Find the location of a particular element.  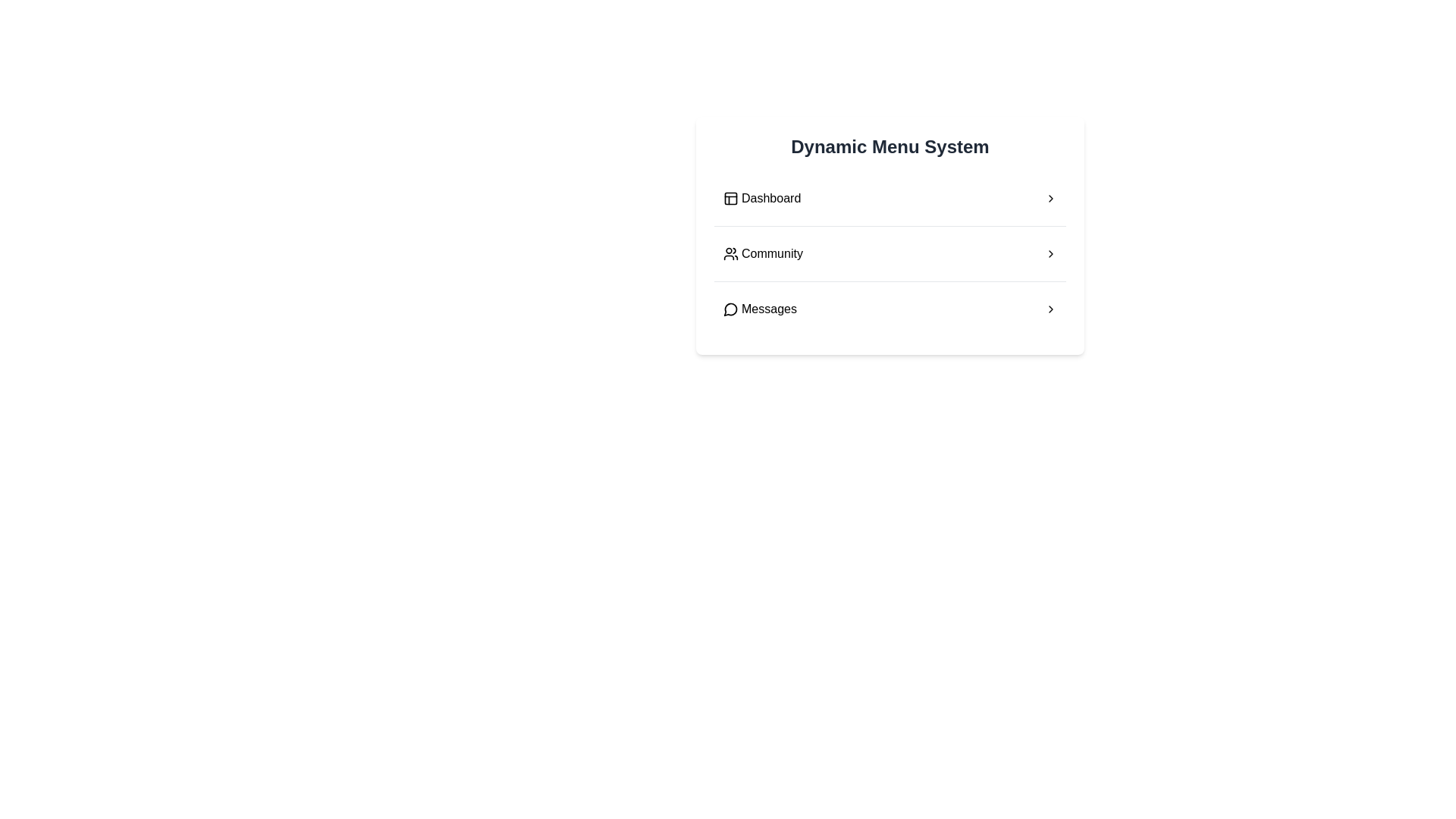

the first menu item labeled 'Dashboard' in the vertical menu panel is located at coordinates (890, 198).